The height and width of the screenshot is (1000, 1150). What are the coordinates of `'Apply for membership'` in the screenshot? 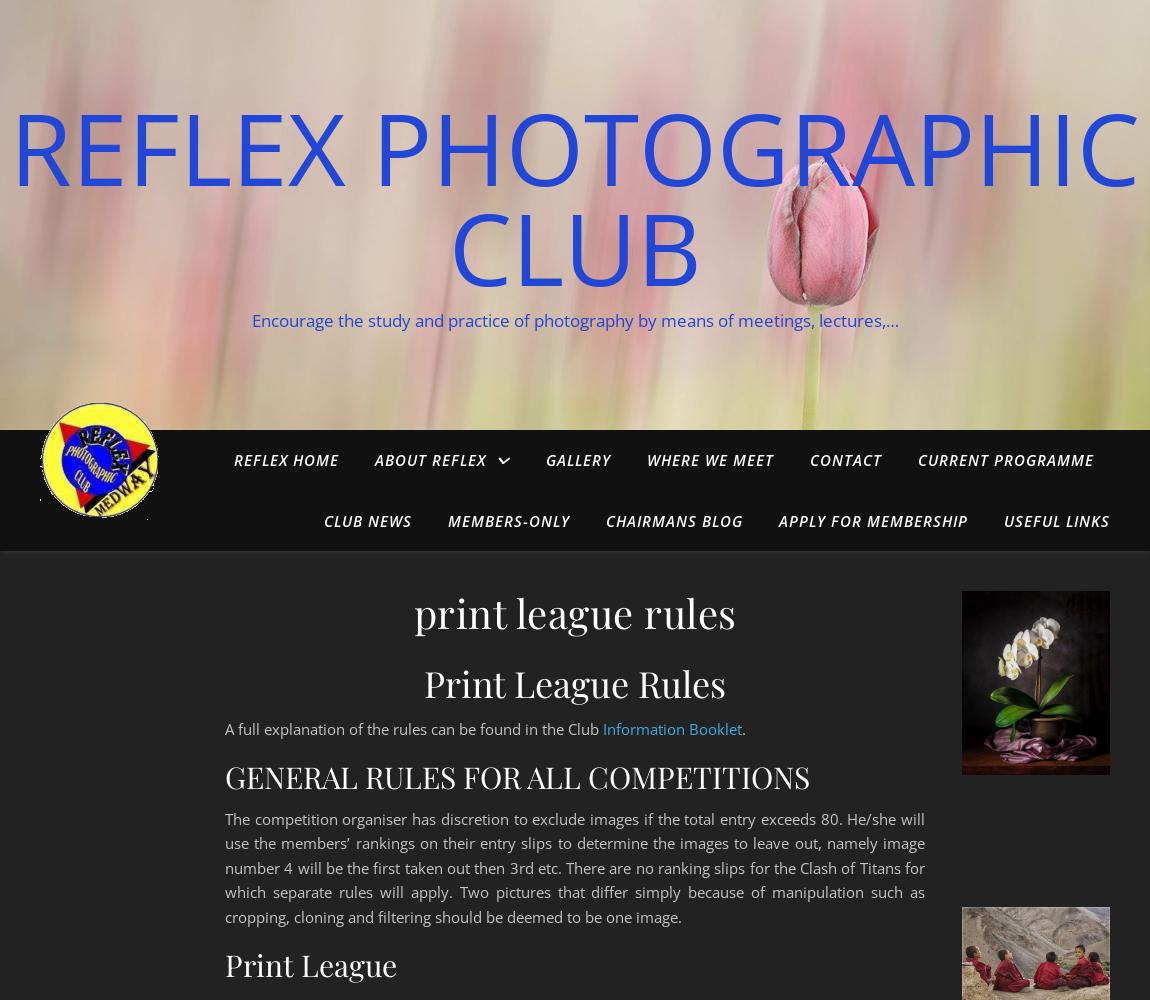 It's located at (873, 521).